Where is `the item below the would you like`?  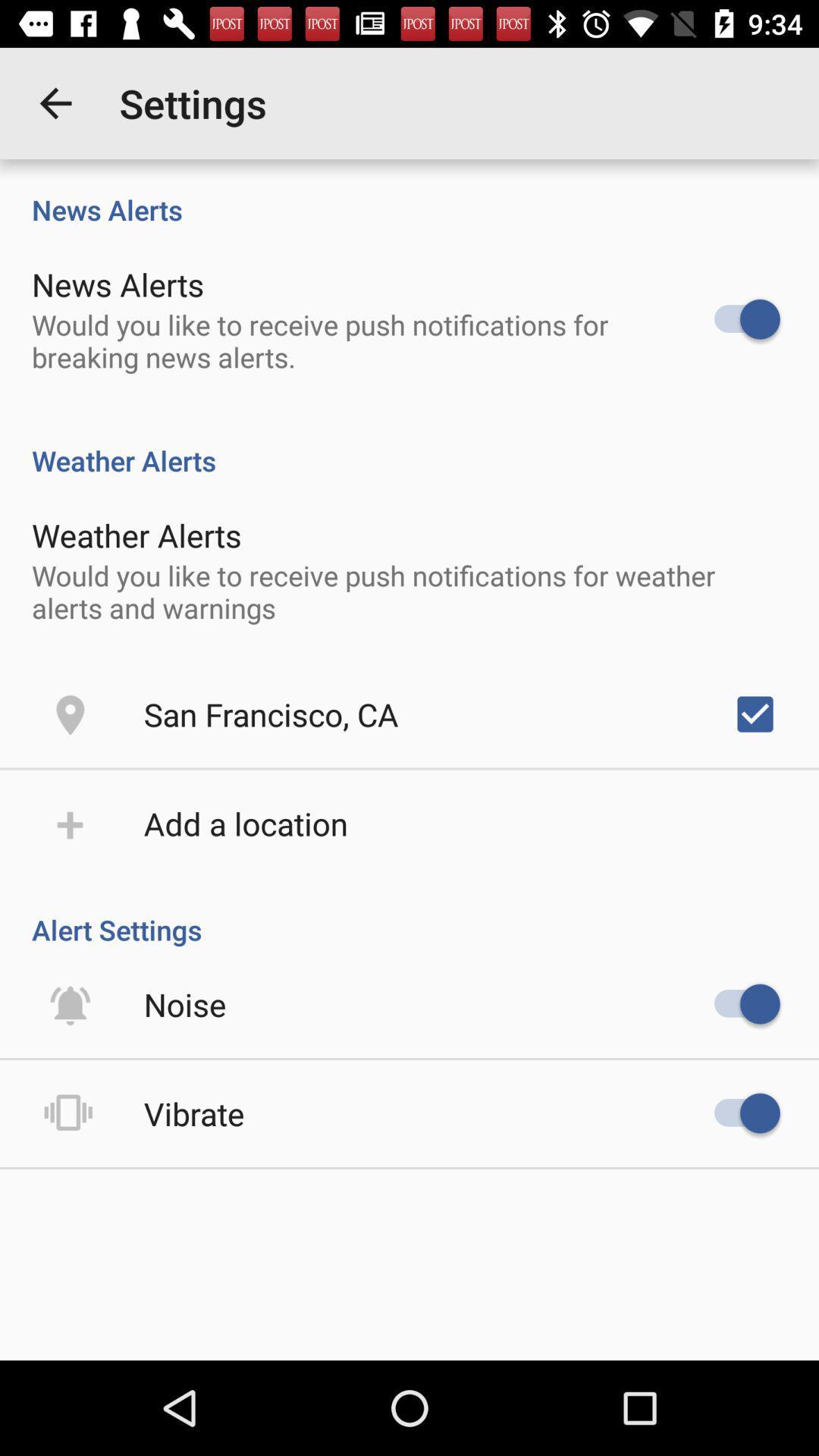 the item below the would you like is located at coordinates (270, 713).